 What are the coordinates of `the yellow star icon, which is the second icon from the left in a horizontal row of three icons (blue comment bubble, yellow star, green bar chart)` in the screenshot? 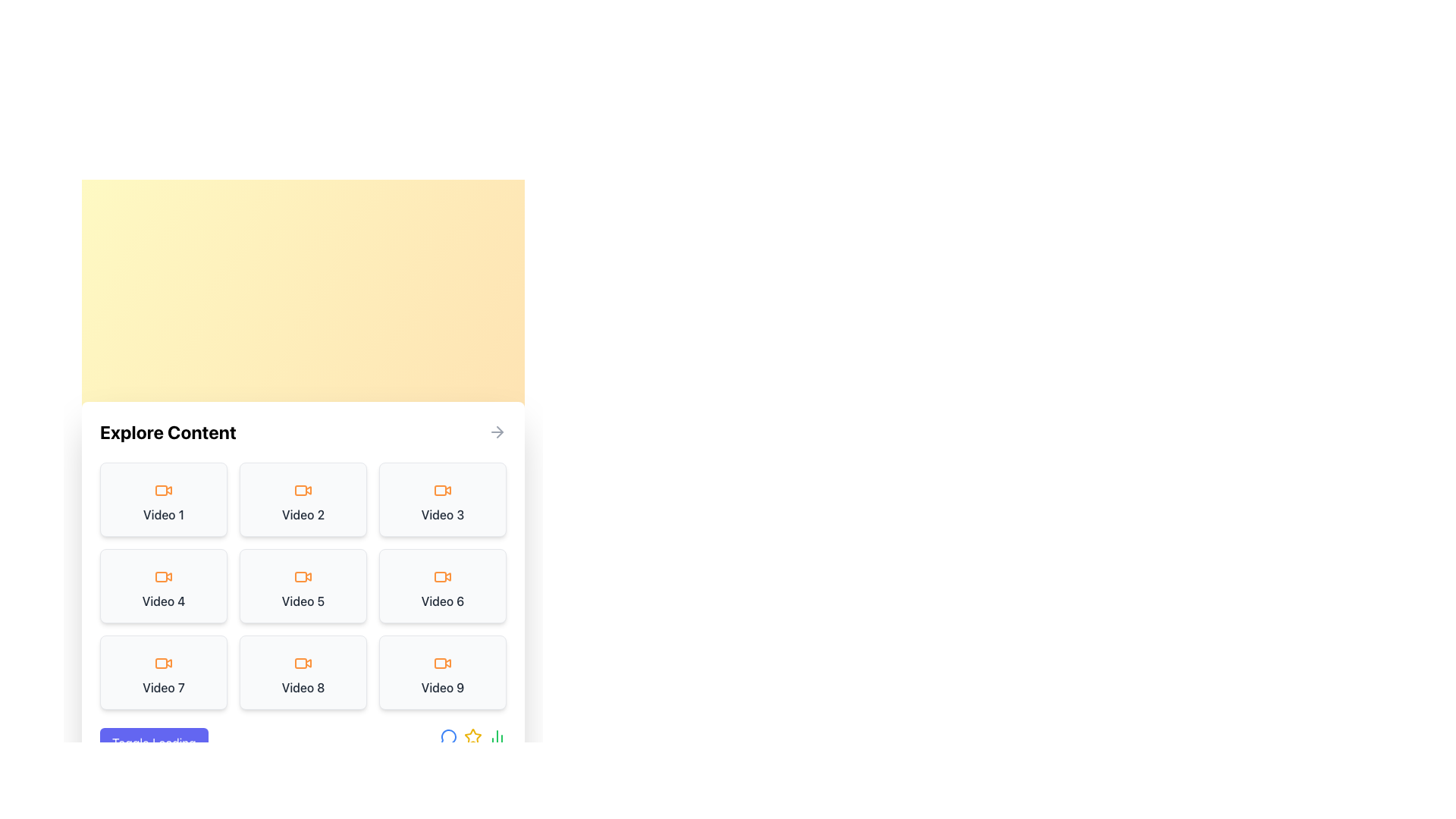 It's located at (472, 742).